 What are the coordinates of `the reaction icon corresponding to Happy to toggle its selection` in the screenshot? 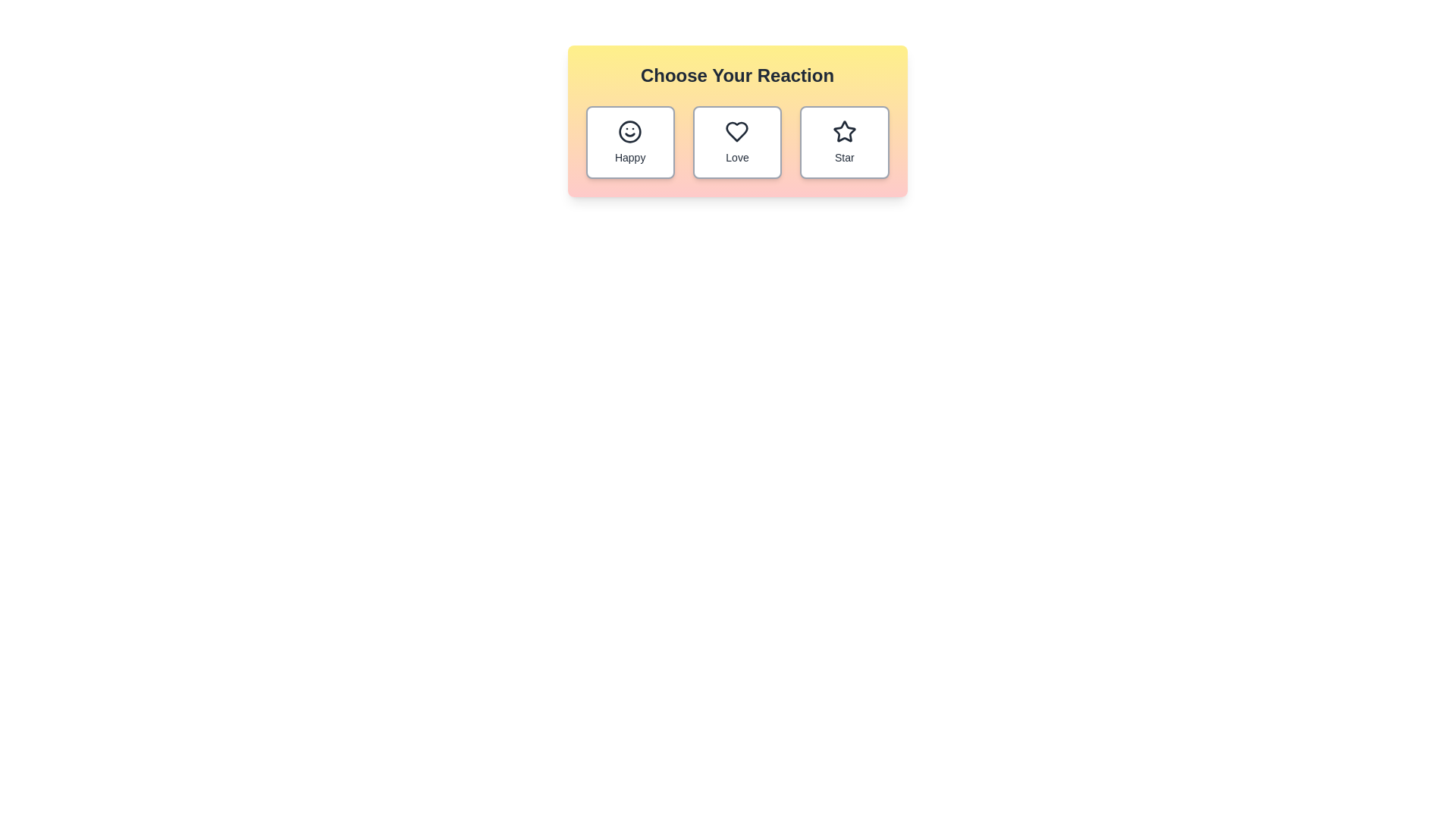 It's located at (629, 143).